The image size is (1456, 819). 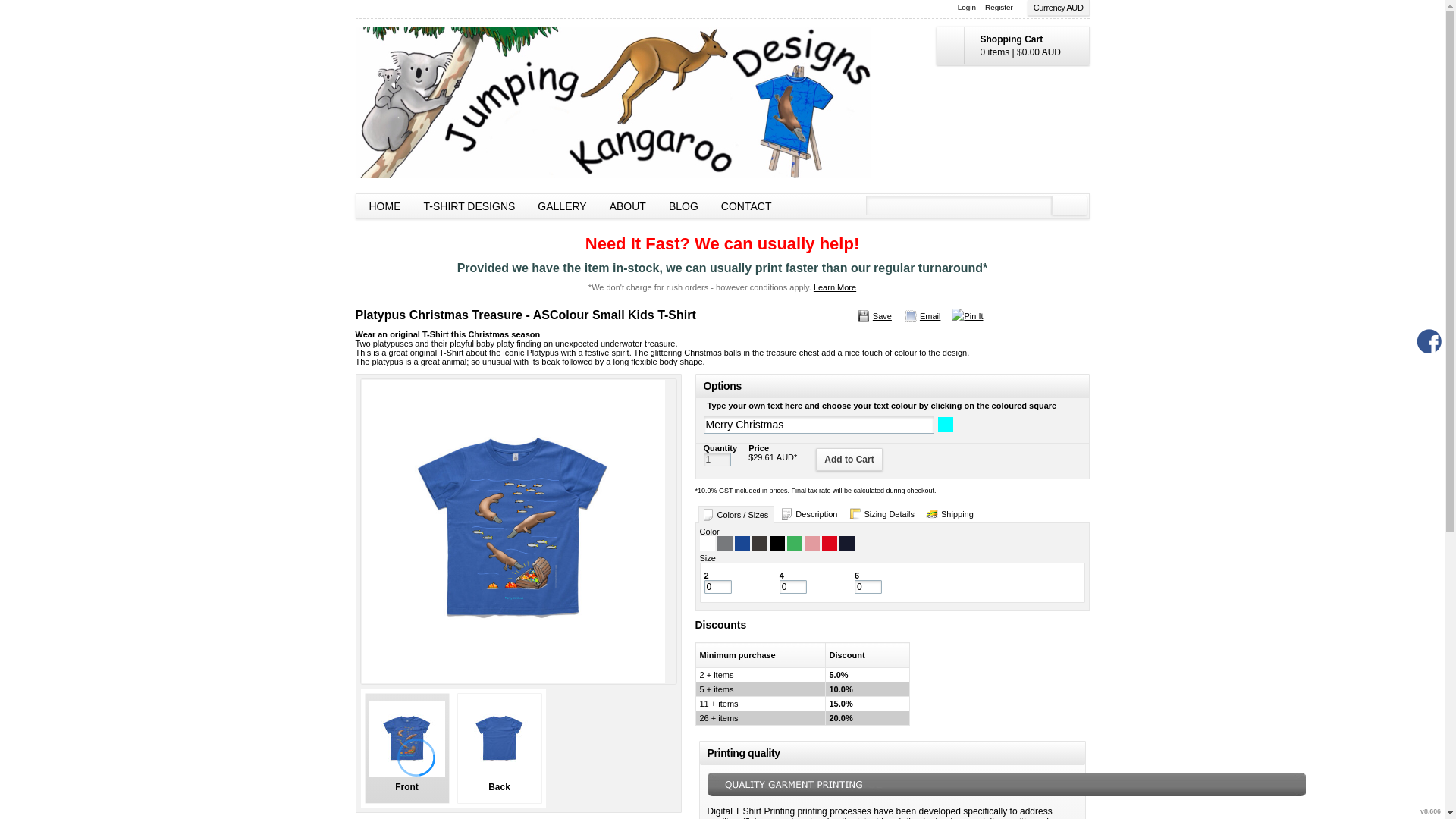 I want to click on 'Pin It', so click(x=950, y=315).